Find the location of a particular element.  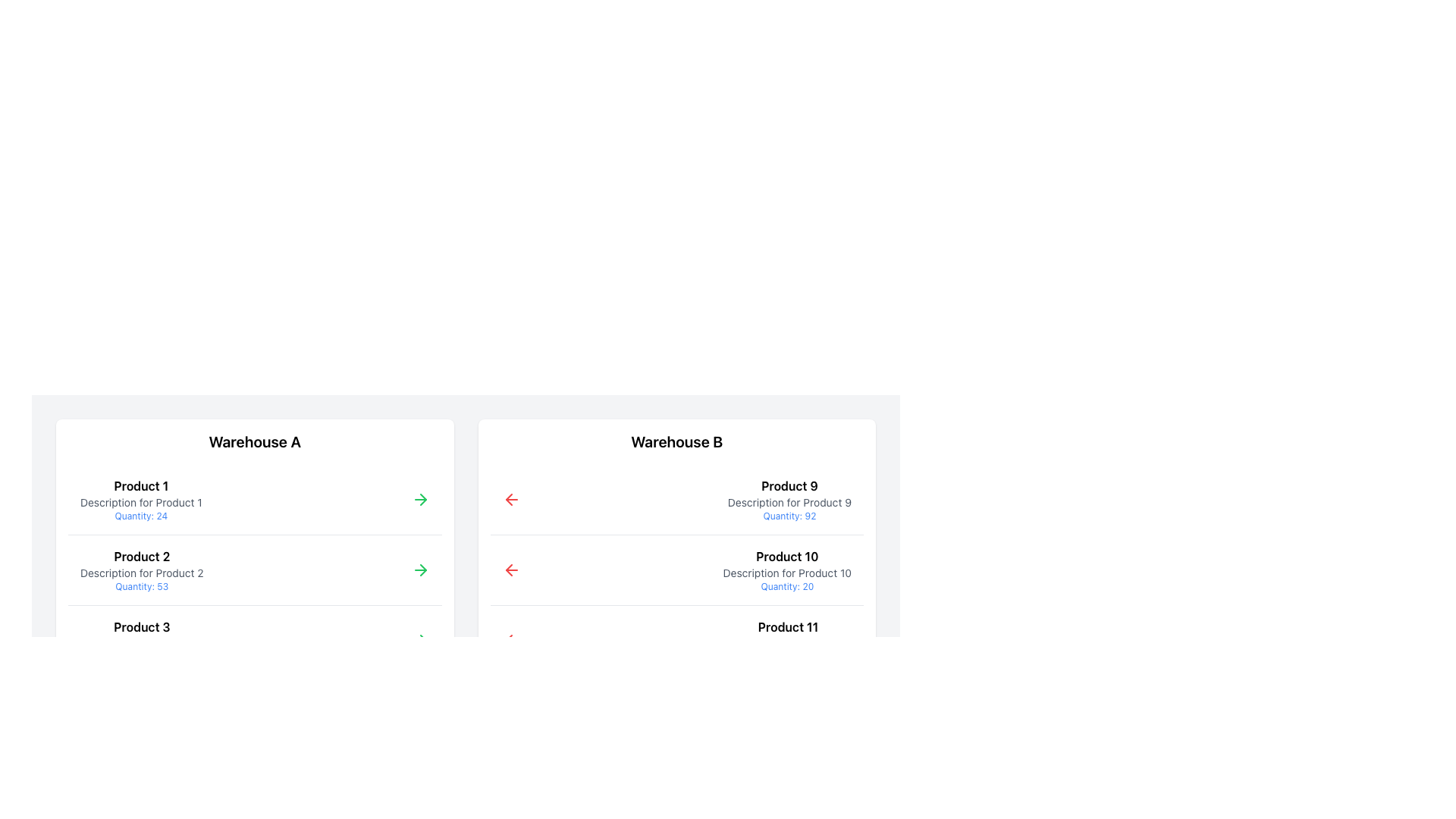

the text element displaying 'Description for Product 10', which is styled in smaller gray font and located below the main title 'Product 10' is located at coordinates (787, 573).